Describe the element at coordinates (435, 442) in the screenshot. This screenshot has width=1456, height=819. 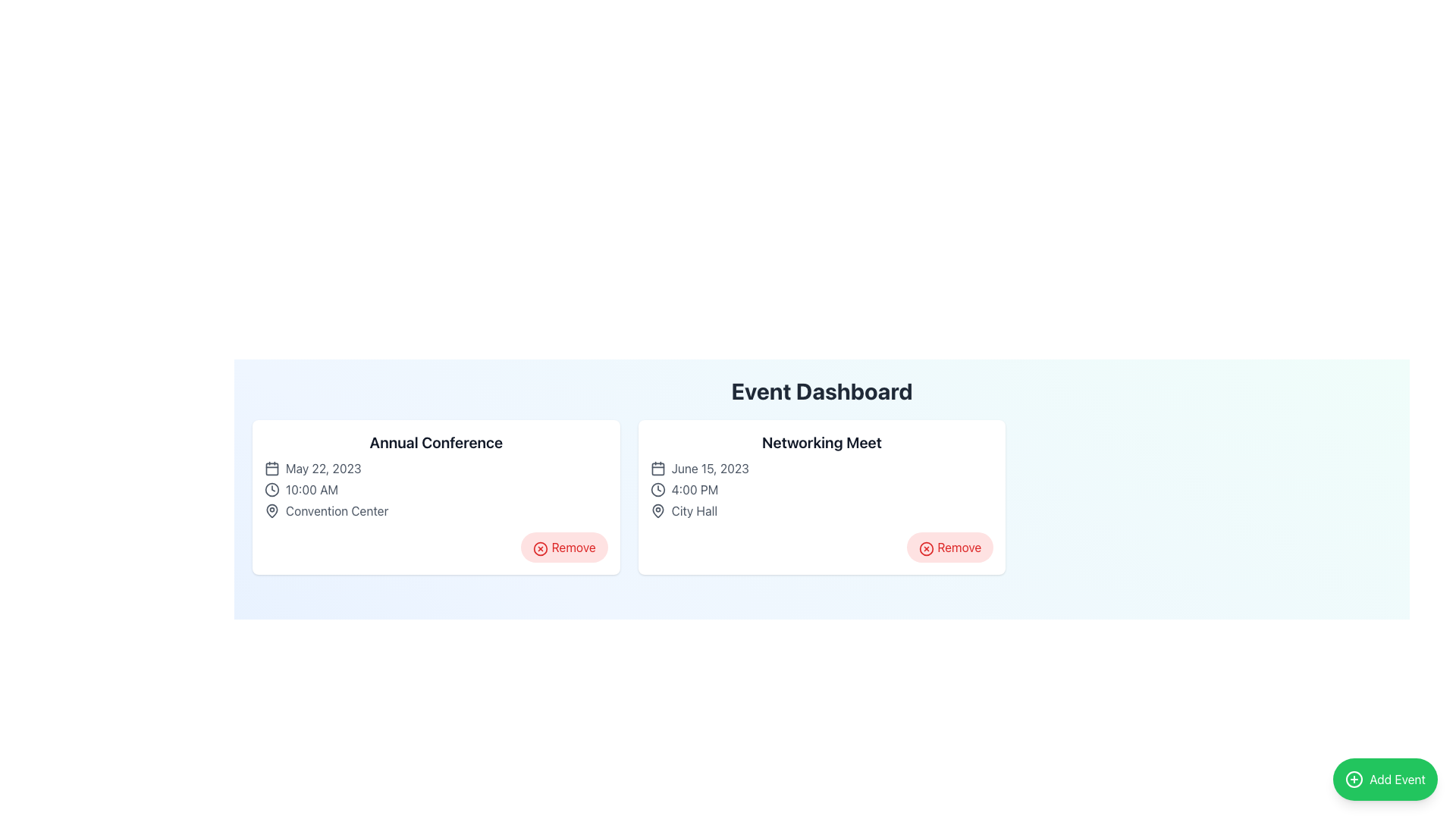
I see `the prominent text label that displays 'Annual Conference' located at the top of the left card in the grid layout` at that location.